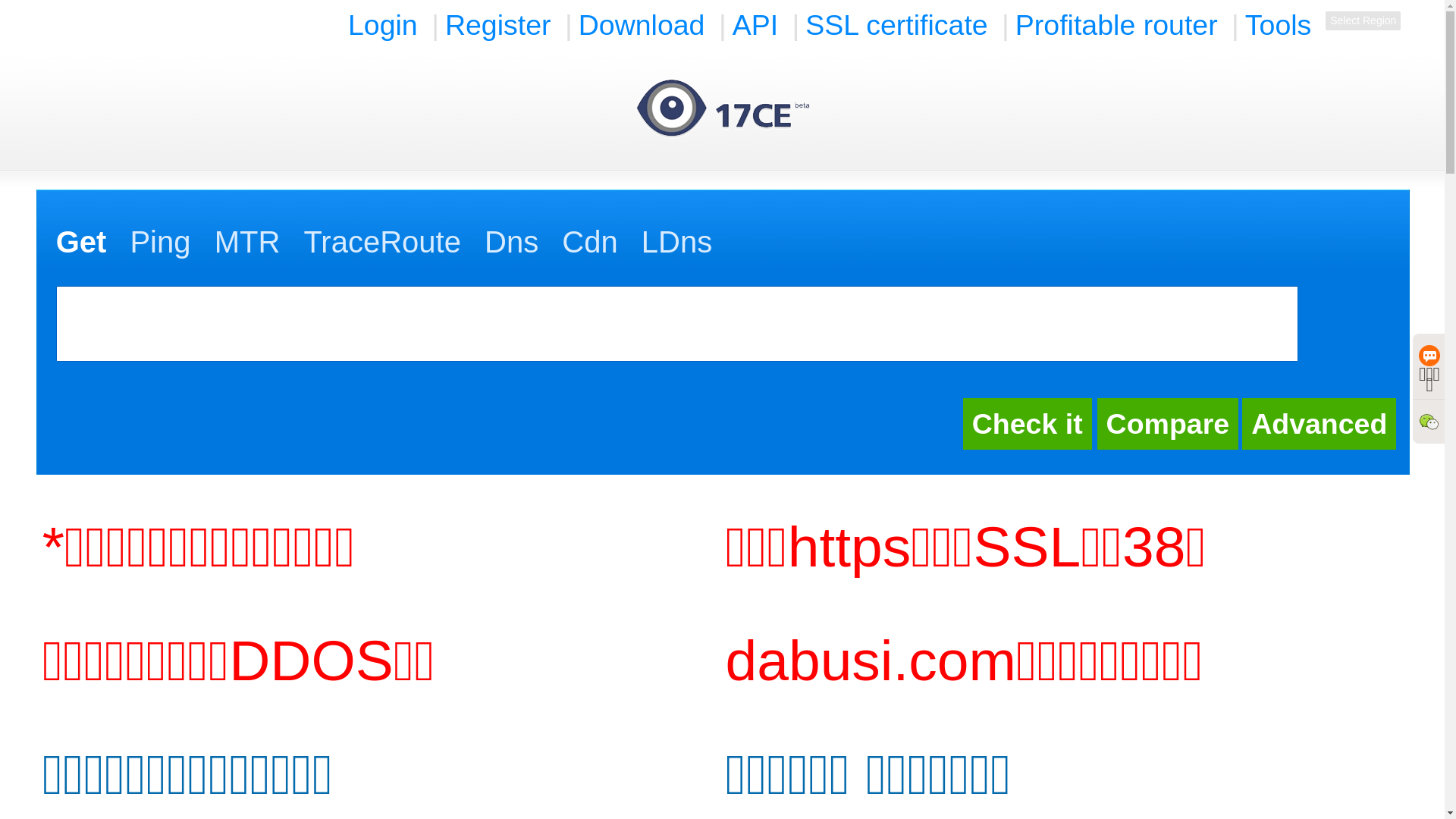 This screenshot has height=819, width=1456. Describe the element at coordinates (130, 241) in the screenshot. I see `'Ping'` at that location.